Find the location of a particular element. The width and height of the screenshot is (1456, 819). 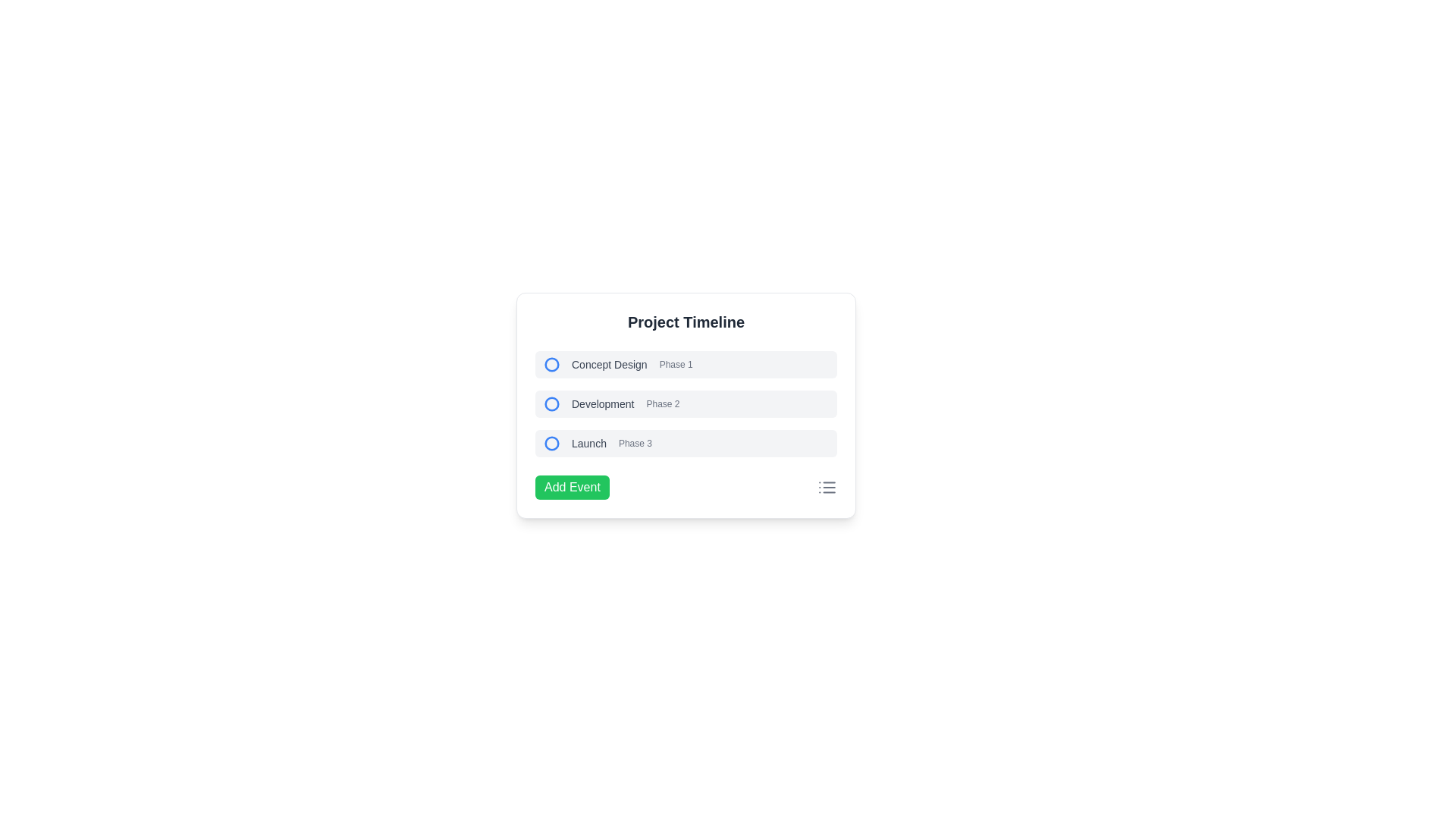

the list item labeled 'Concept Design' is located at coordinates (686, 365).